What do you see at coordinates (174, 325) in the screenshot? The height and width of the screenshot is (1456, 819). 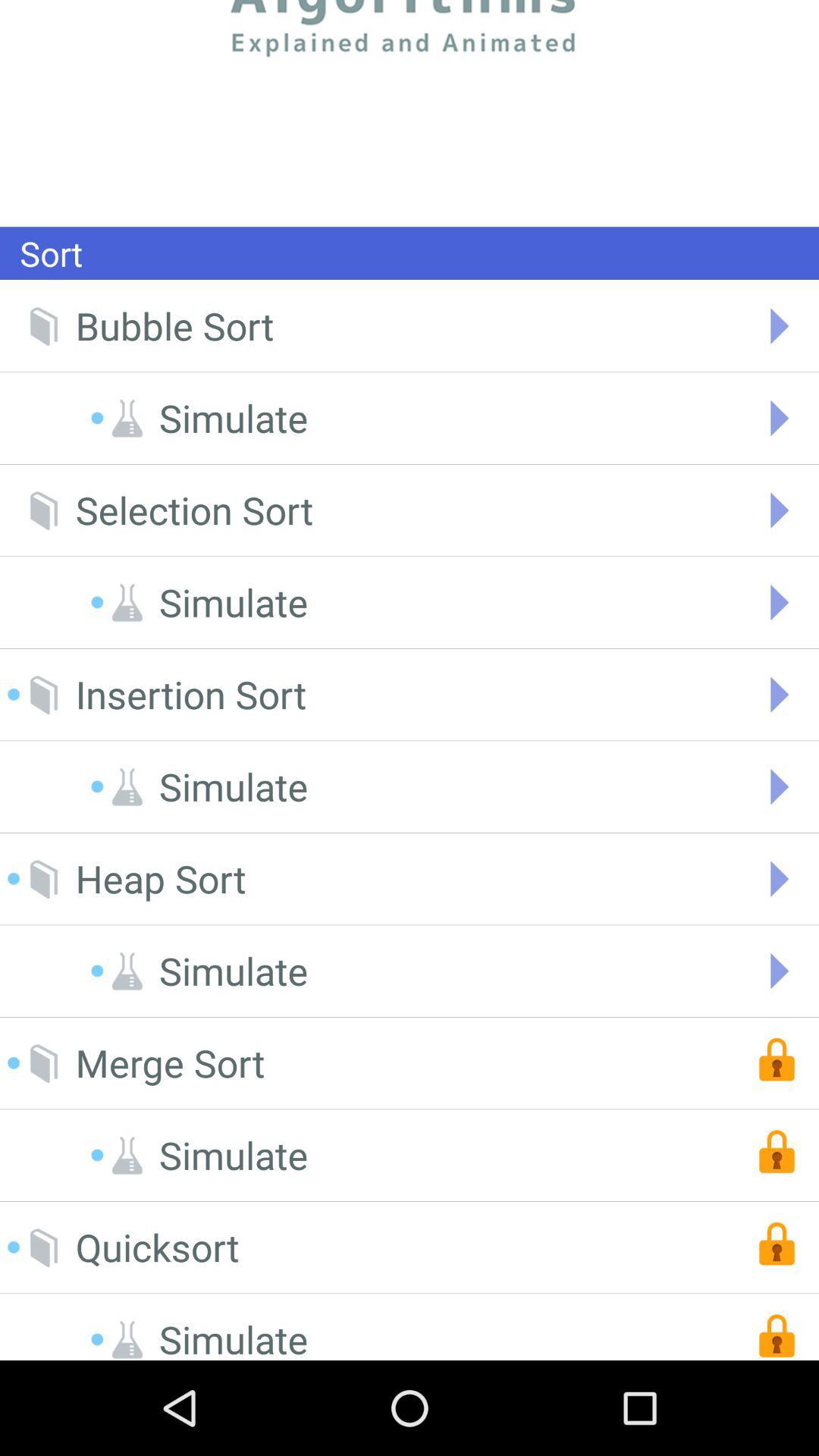 I see `the item above the simulate icon` at bounding box center [174, 325].